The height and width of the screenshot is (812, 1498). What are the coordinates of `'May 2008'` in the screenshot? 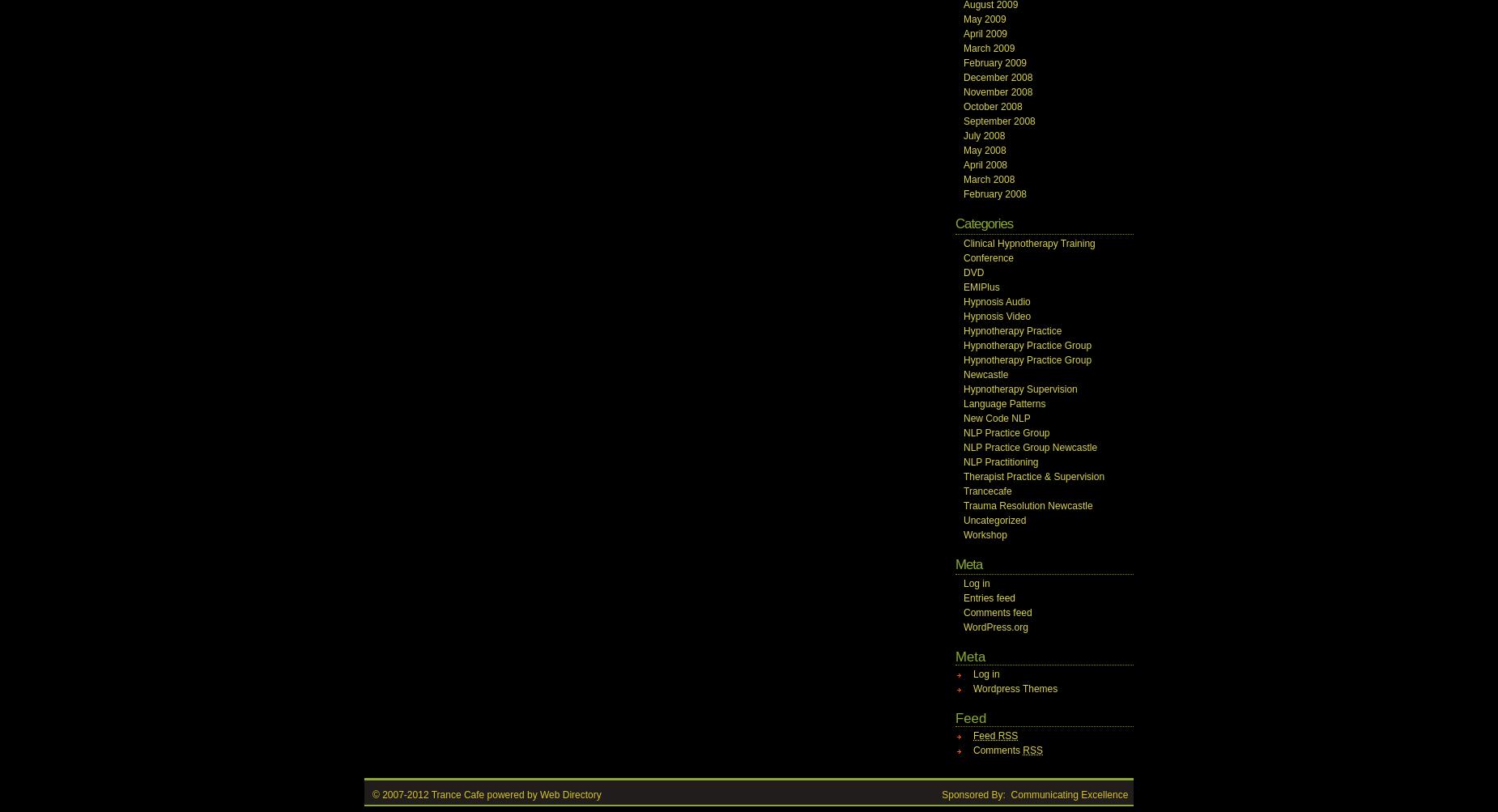 It's located at (962, 148).